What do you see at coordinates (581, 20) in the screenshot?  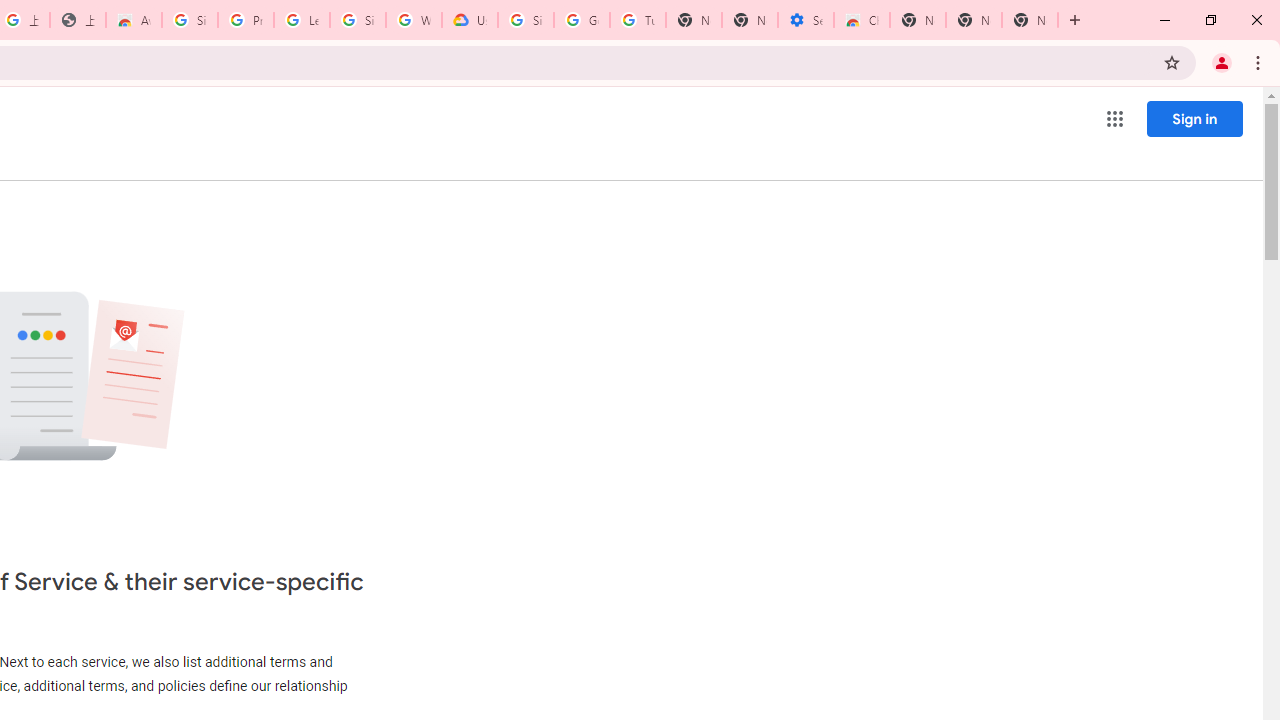 I see `'Google Account Help'` at bounding box center [581, 20].